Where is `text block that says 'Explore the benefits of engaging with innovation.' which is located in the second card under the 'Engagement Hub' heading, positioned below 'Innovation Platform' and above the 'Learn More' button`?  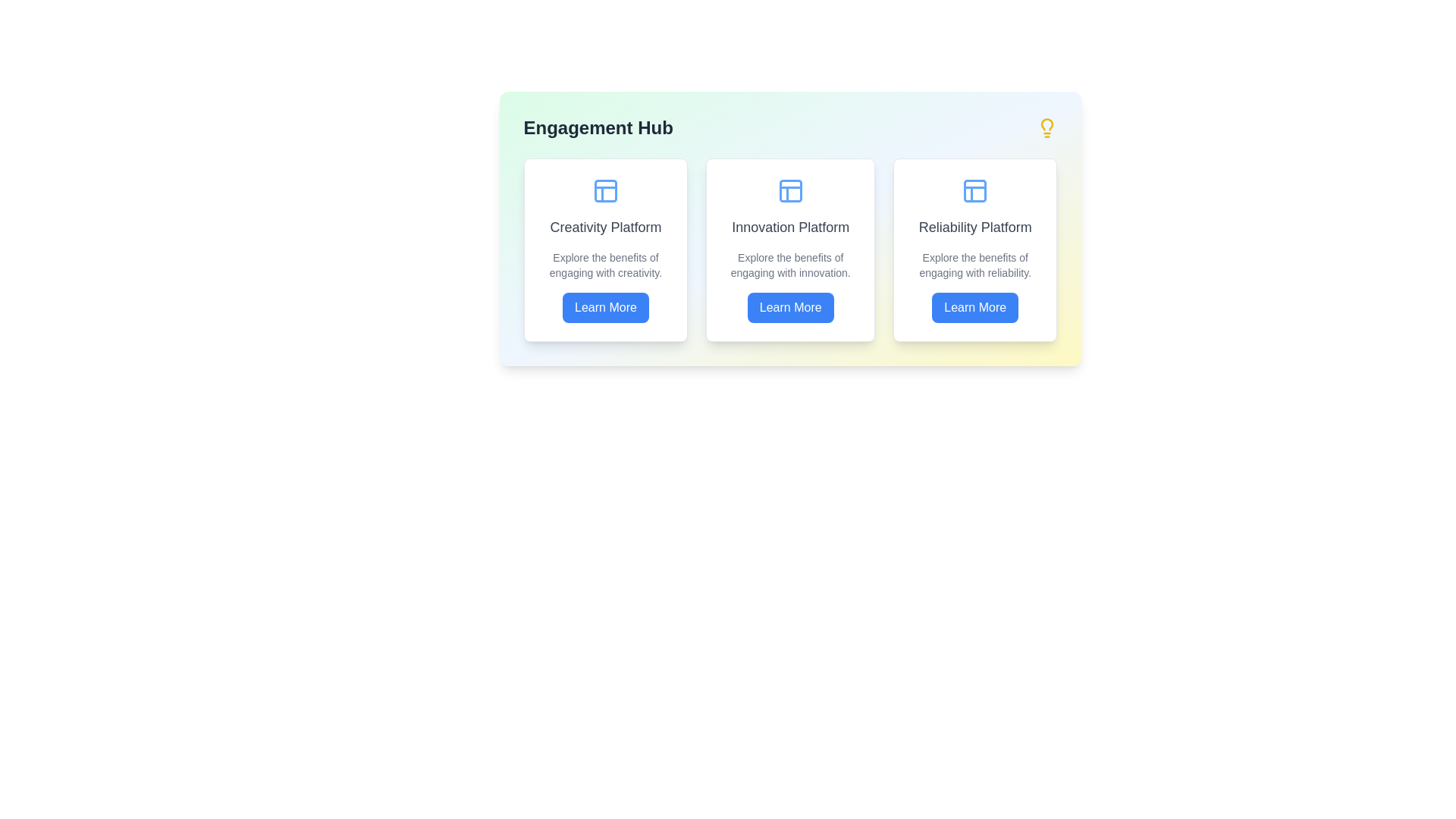
text block that says 'Explore the benefits of engaging with innovation.' which is located in the second card under the 'Engagement Hub' heading, positioned below 'Innovation Platform' and above the 'Learn More' button is located at coordinates (789, 265).